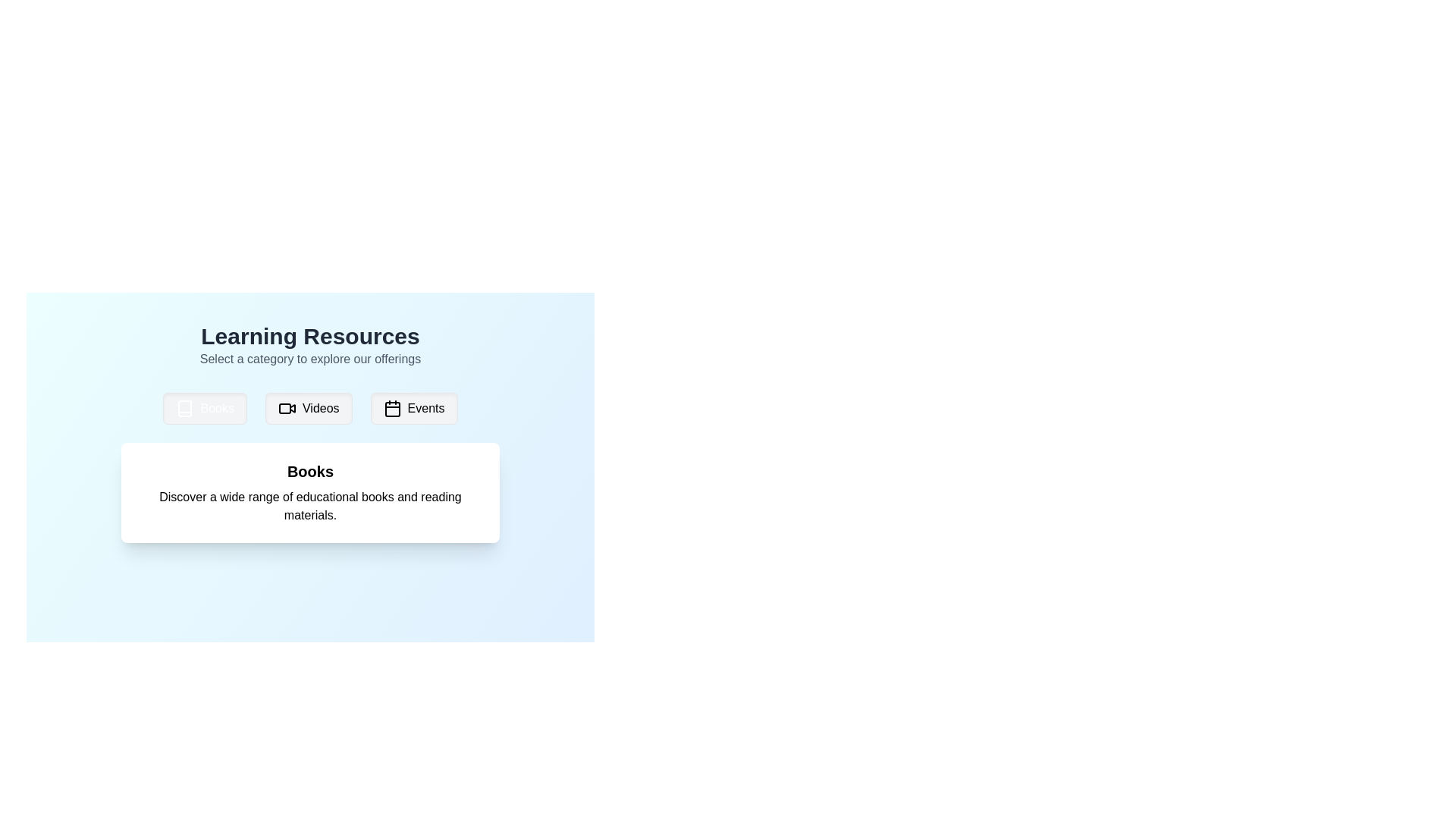 The image size is (1456, 819). I want to click on the Header section located above the row of buttons labeled 'Books,' 'Videos,' and 'Events.', so click(309, 345).